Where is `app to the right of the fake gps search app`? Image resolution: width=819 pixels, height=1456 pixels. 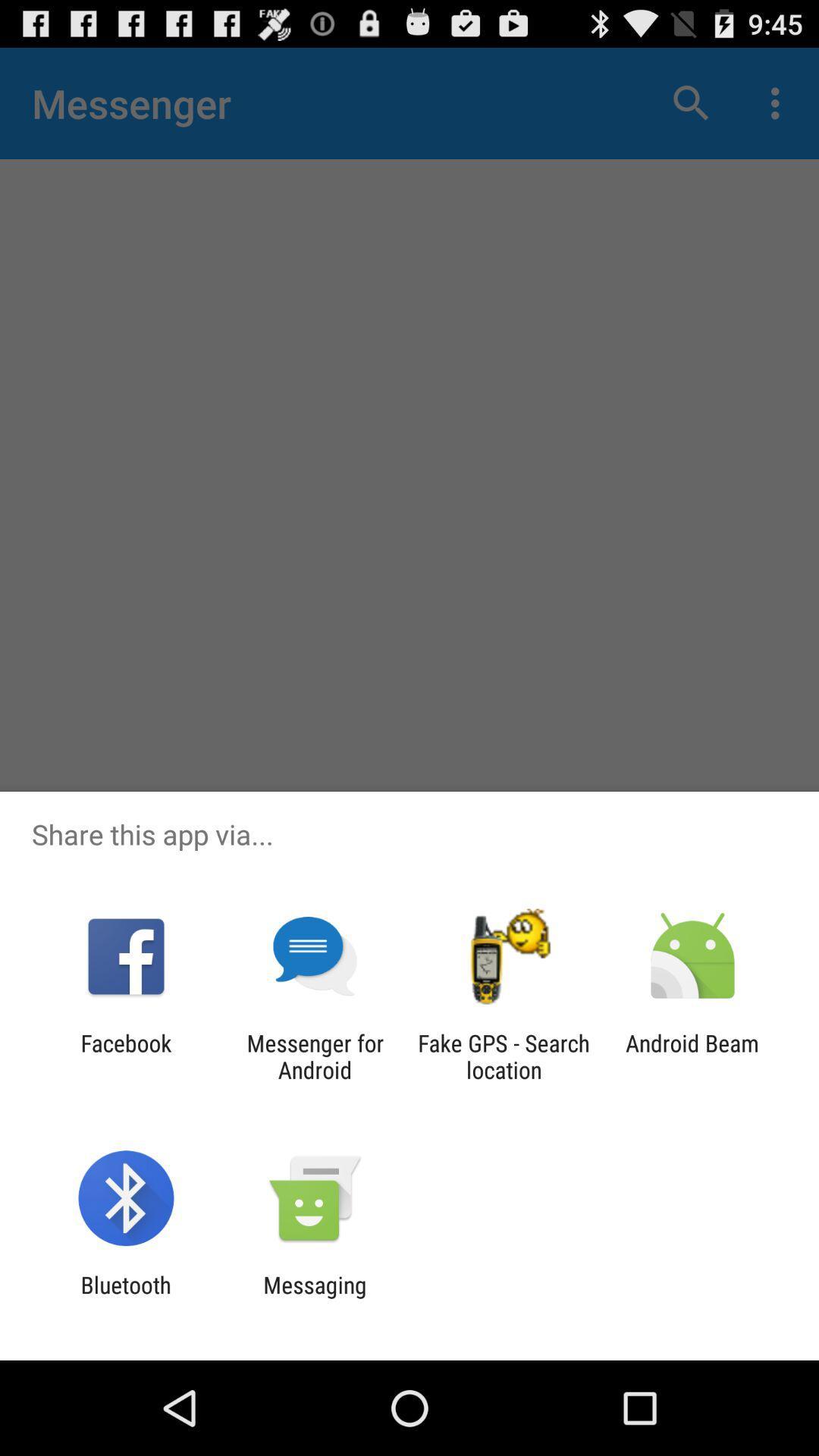 app to the right of the fake gps search app is located at coordinates (692, 1056).